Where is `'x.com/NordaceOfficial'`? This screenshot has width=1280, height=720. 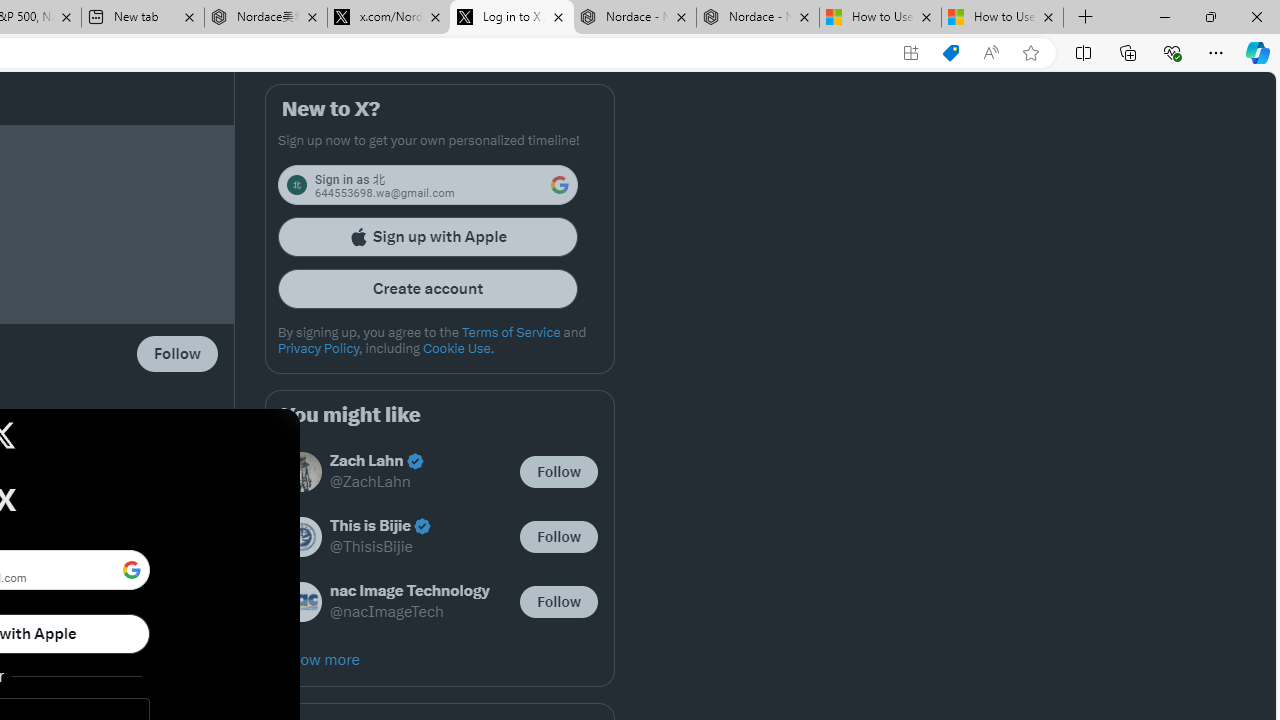 'x.com/NordaceOfficial' is located at coordinates (389, 17).